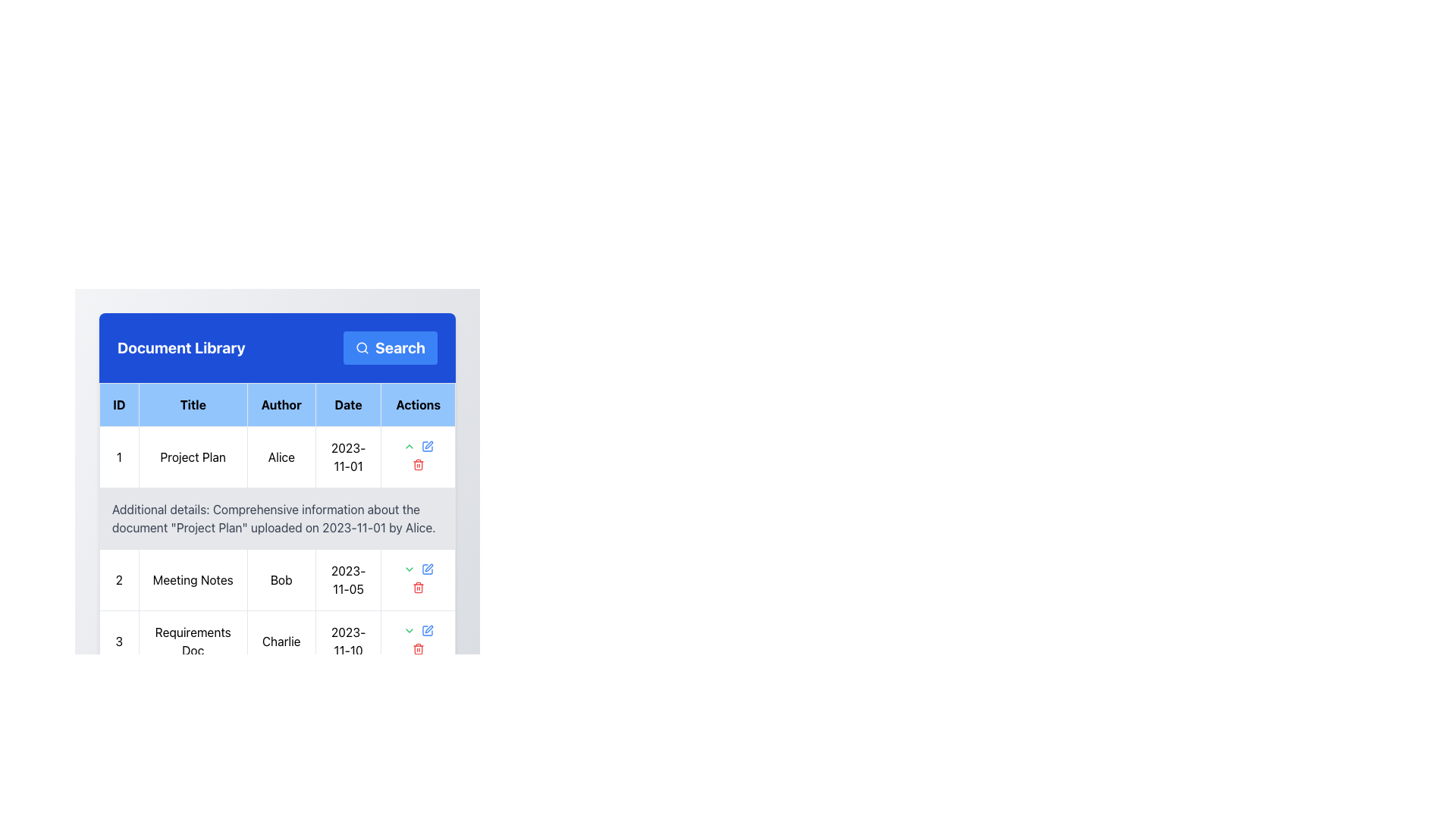 This screenshot has height=819, width=1456. Describe the element at coordinates (418, 464) in the screenshot. I see `the red trash bin icon in the 'Actions' column of the first row of the data table` at that location.